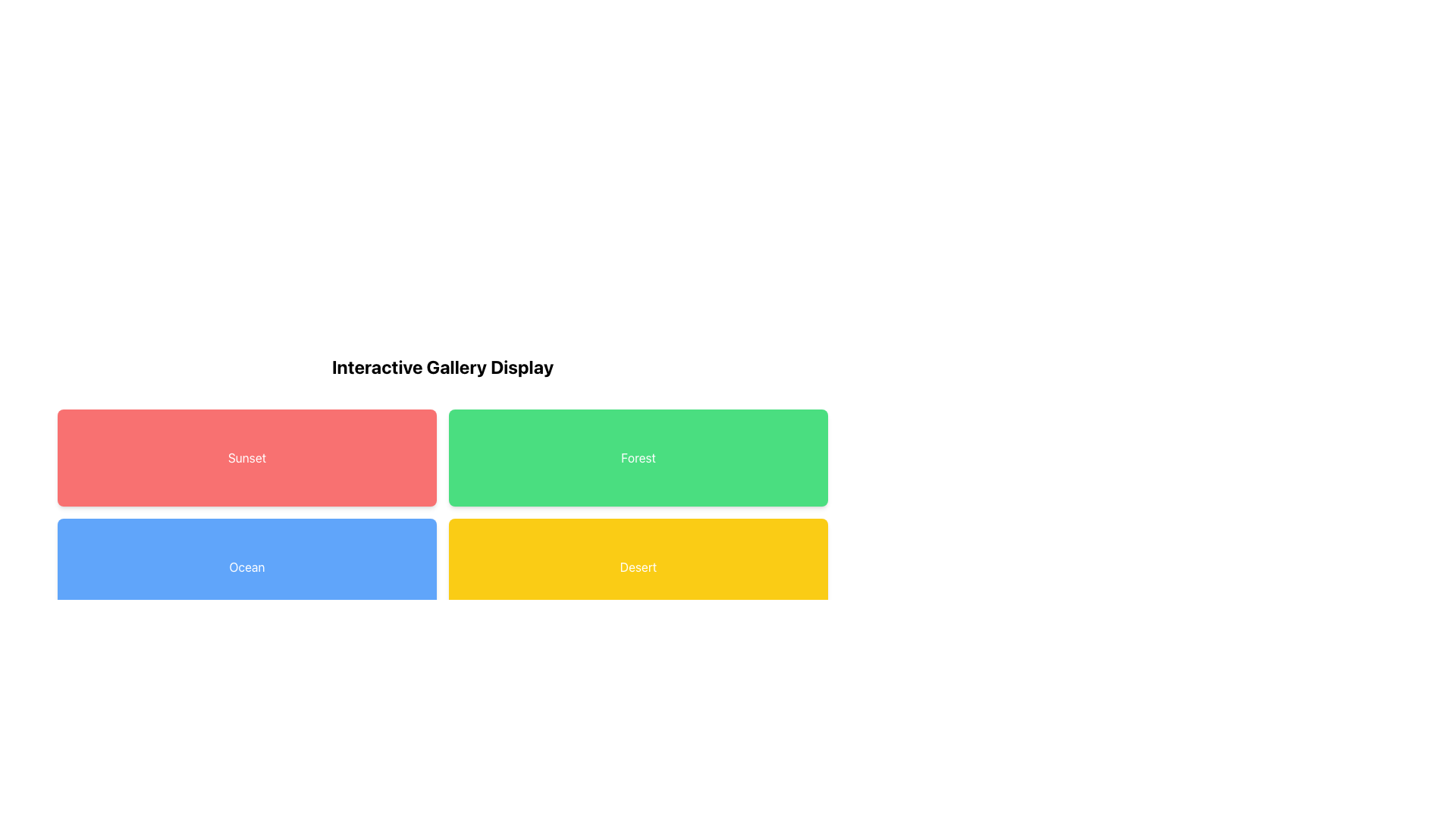  Describe the element at coordinates (638, 567) in the screenshot. I see `the text label displaying 'Desert' in white color, which is centrally placed within a yellow rectangular block located at the bottom-right corner of a two-row grid layout` at that location.